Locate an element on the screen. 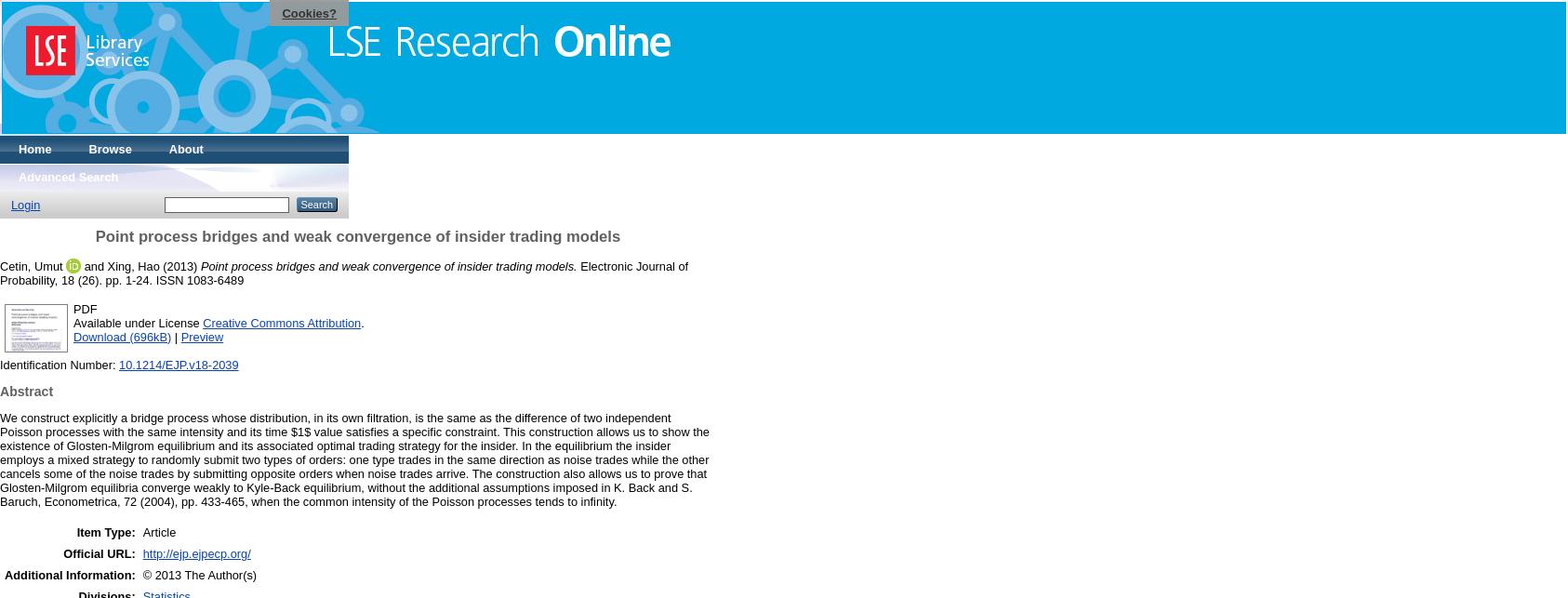 The height and width of the screenshot is (598, 1568). 'Browse' is located at coordinates (109, 149).